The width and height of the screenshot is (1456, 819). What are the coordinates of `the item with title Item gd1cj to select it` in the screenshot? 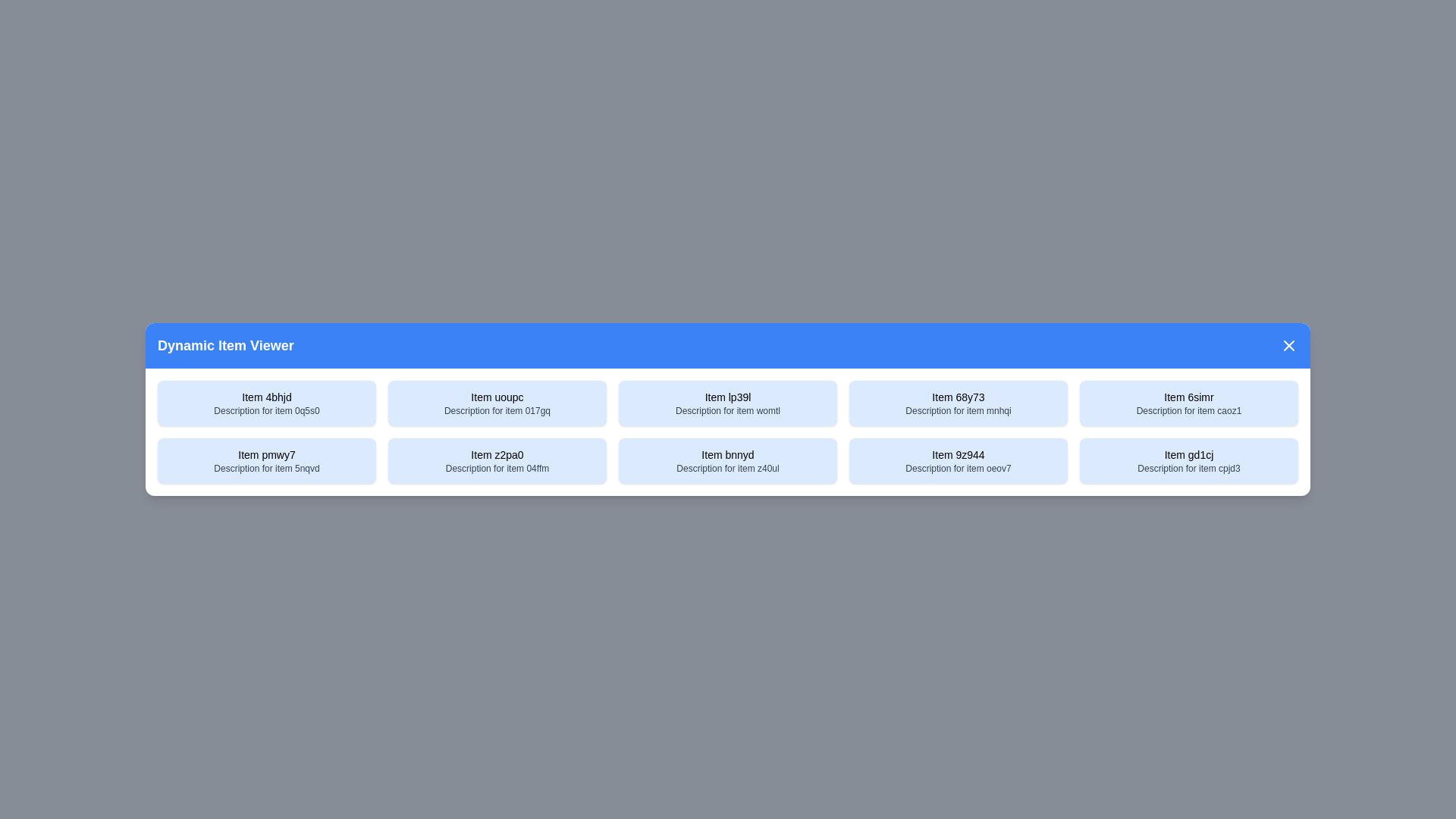 It's located at (1188, 460).